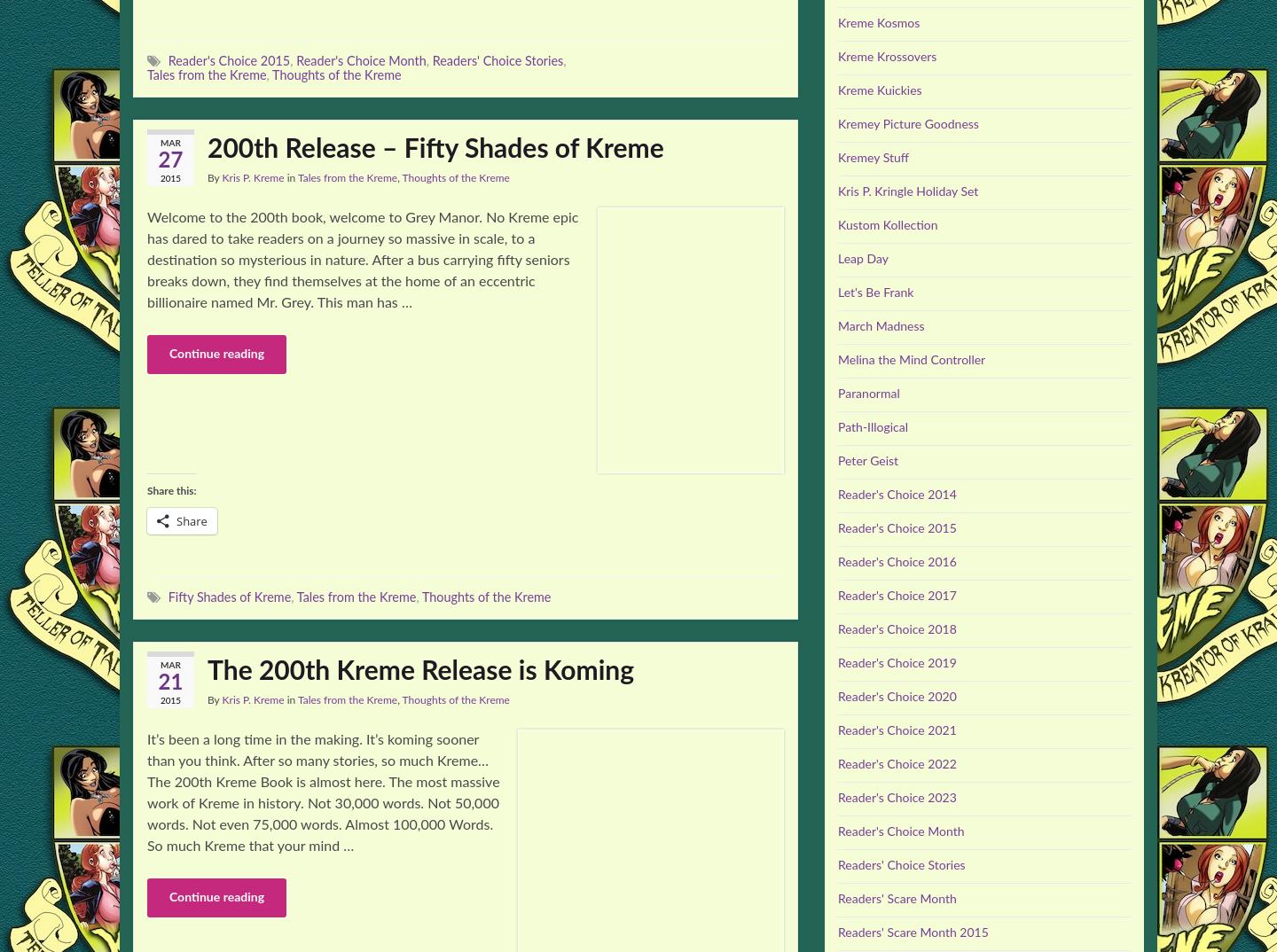 The height and width of the screenshot is (952, 1277). I want to click on 'Kreme Kosmos', so click(878, 22).